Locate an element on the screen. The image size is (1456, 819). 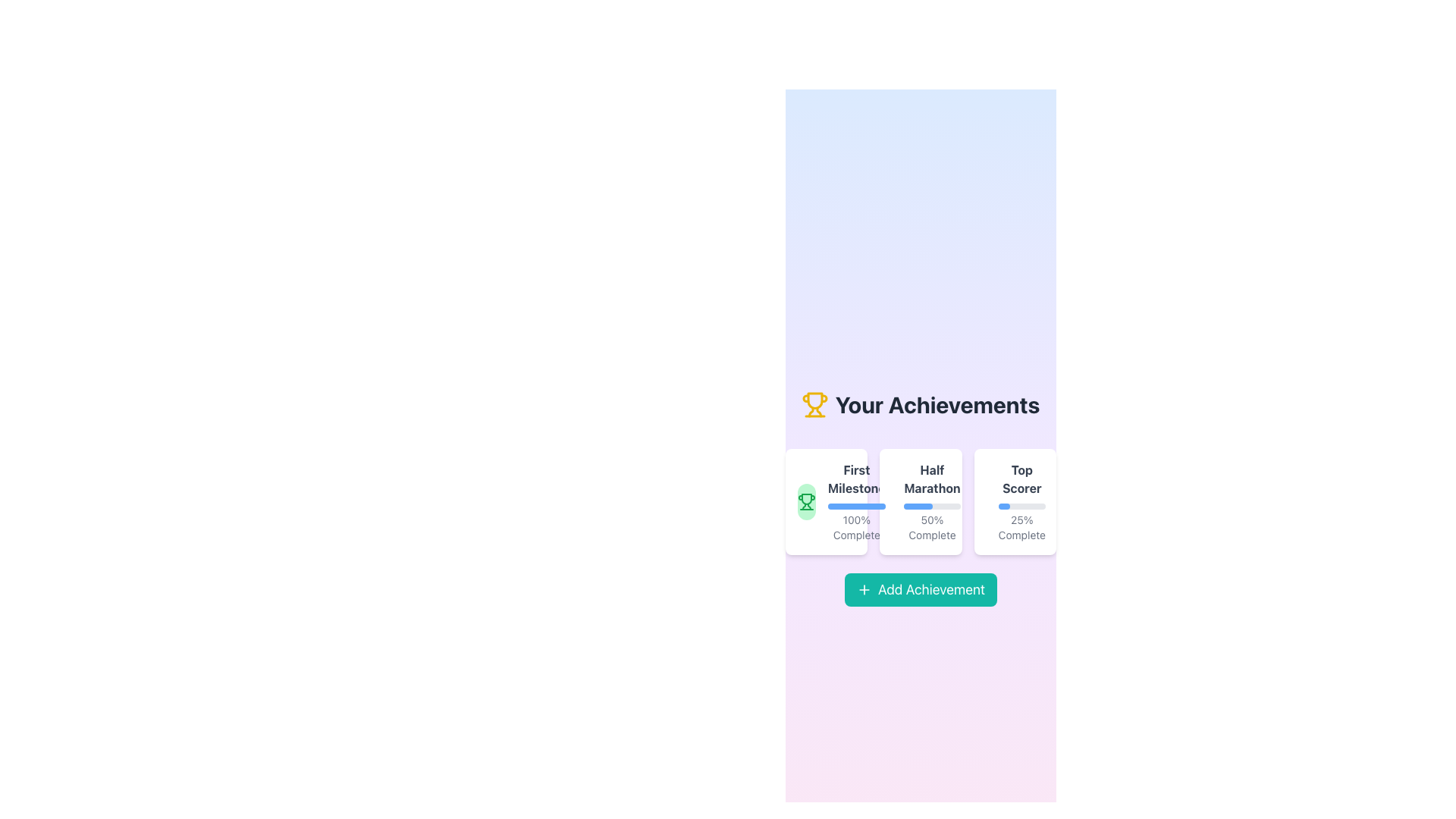
the 'Top Scorer' informational block, which features a blue progress bar indicating '25% Complete', located at the right of the 'Half Marathon' achievement card is located at coordinates (1021, 502).